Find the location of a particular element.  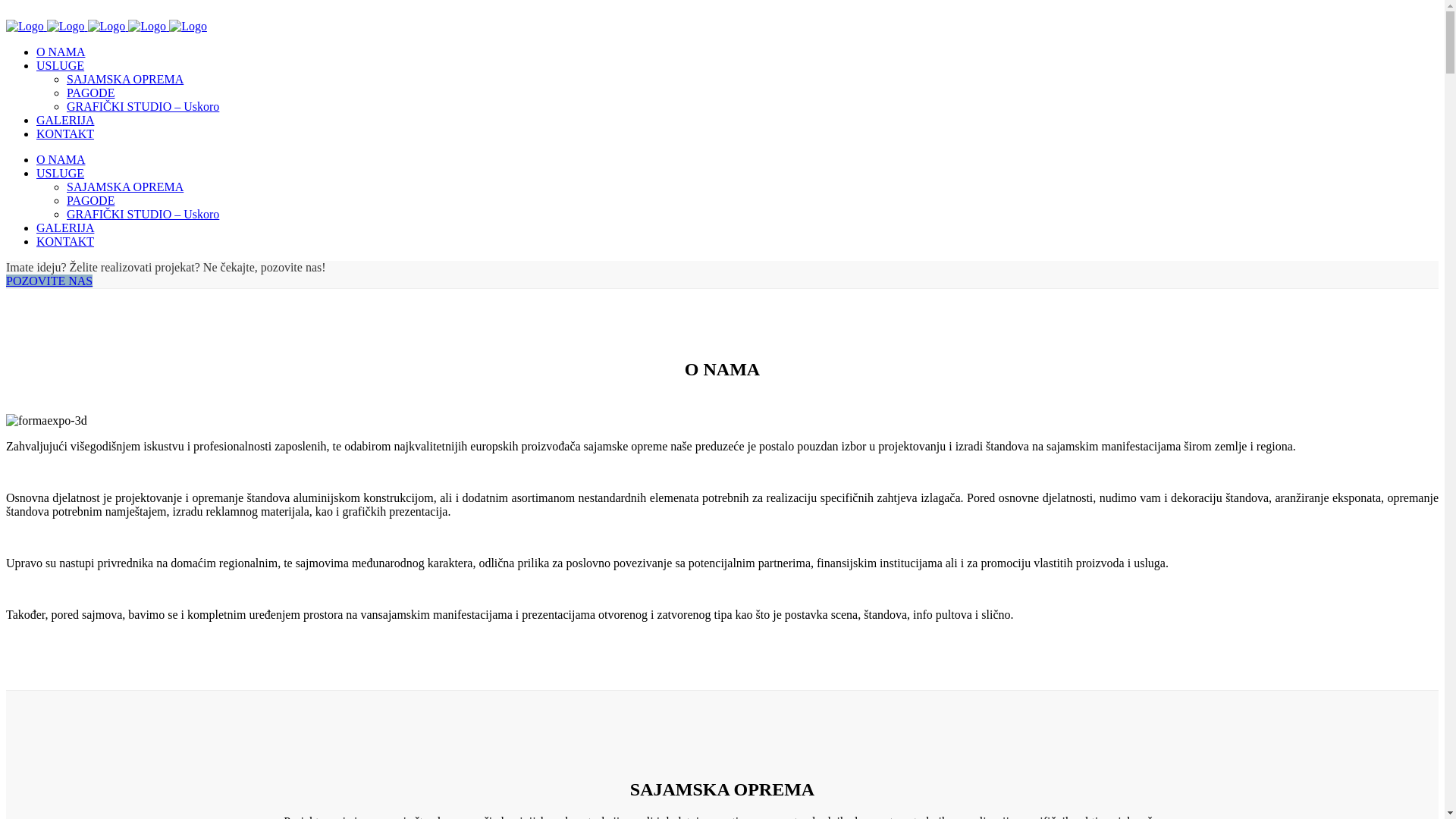

'USLUGE' is located at coordinates (60, 64).